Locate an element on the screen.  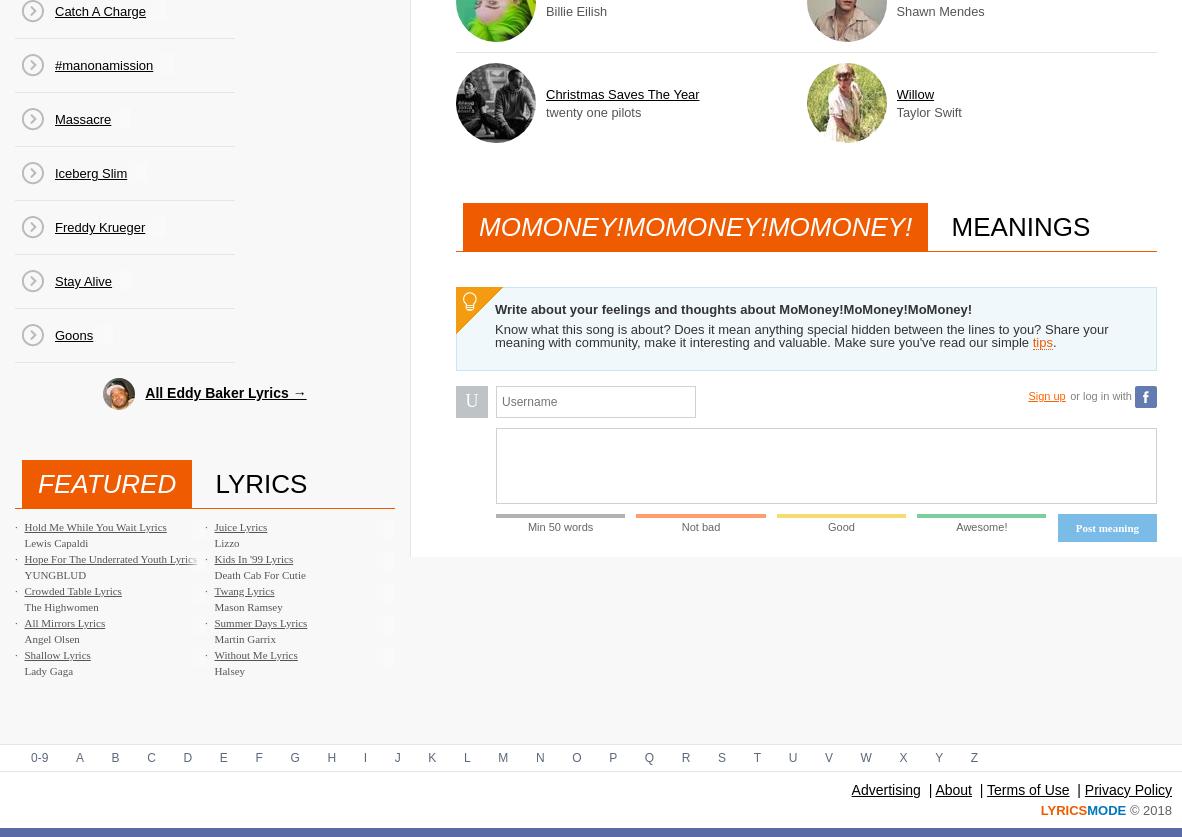
'Terms of Use' is located at coordinates (1026, 788).